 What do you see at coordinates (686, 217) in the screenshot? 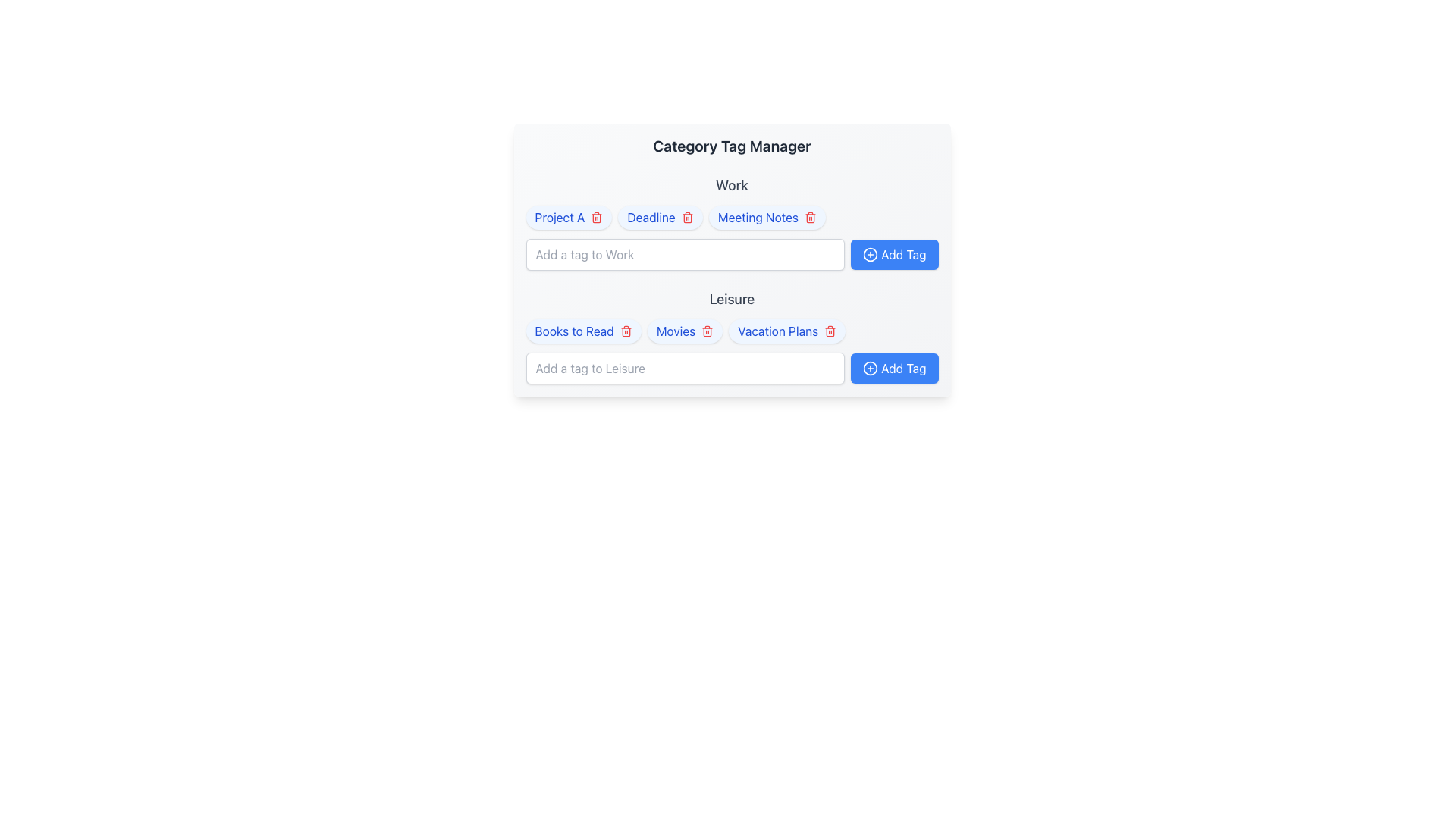
I see `the delete button located to the immediate right of the 'Deadline' tag within the 'Work' category` at bounding box center [686, 217].